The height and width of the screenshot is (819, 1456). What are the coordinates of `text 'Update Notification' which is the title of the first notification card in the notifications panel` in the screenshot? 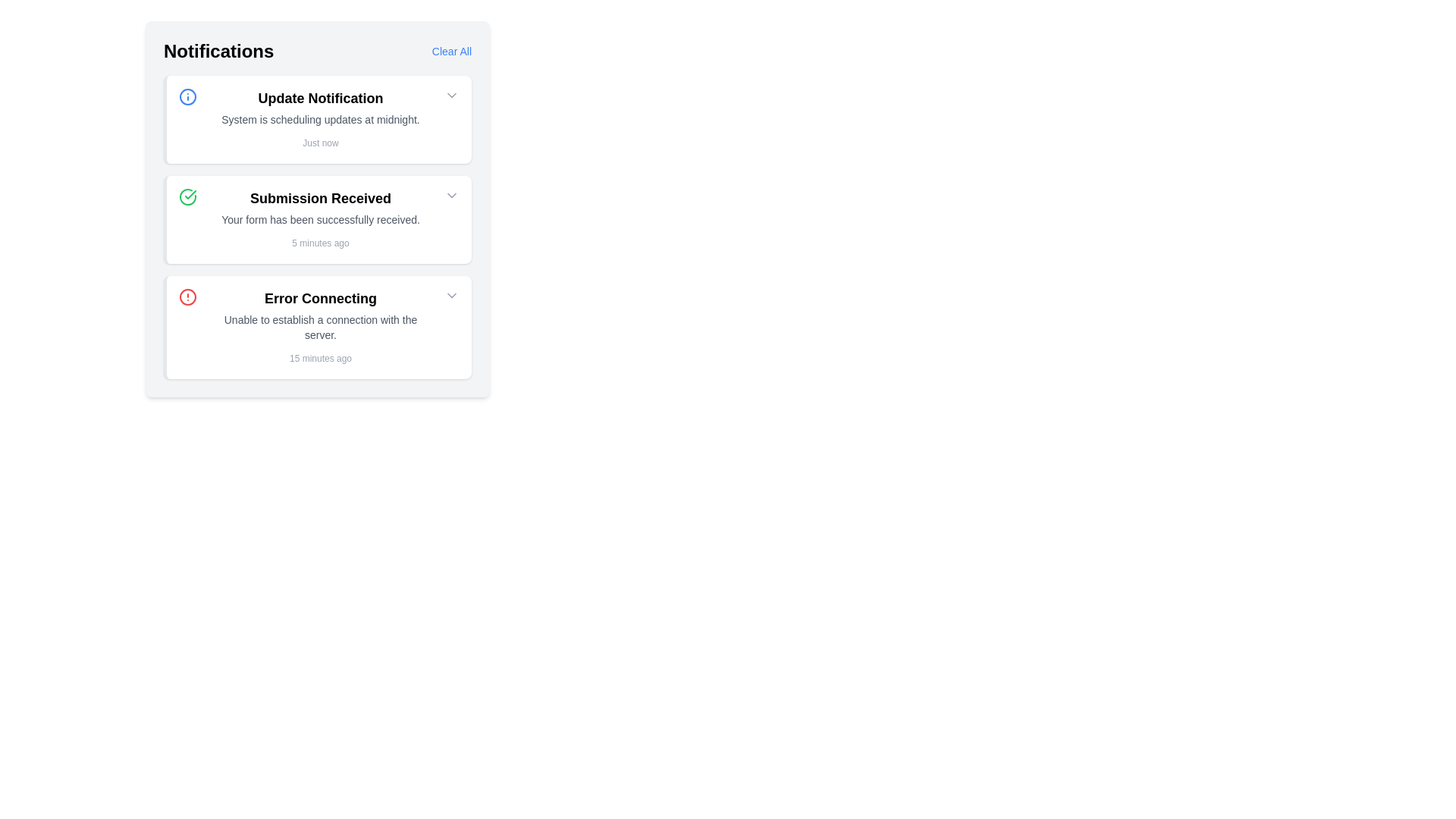 It's located at (319, 99).